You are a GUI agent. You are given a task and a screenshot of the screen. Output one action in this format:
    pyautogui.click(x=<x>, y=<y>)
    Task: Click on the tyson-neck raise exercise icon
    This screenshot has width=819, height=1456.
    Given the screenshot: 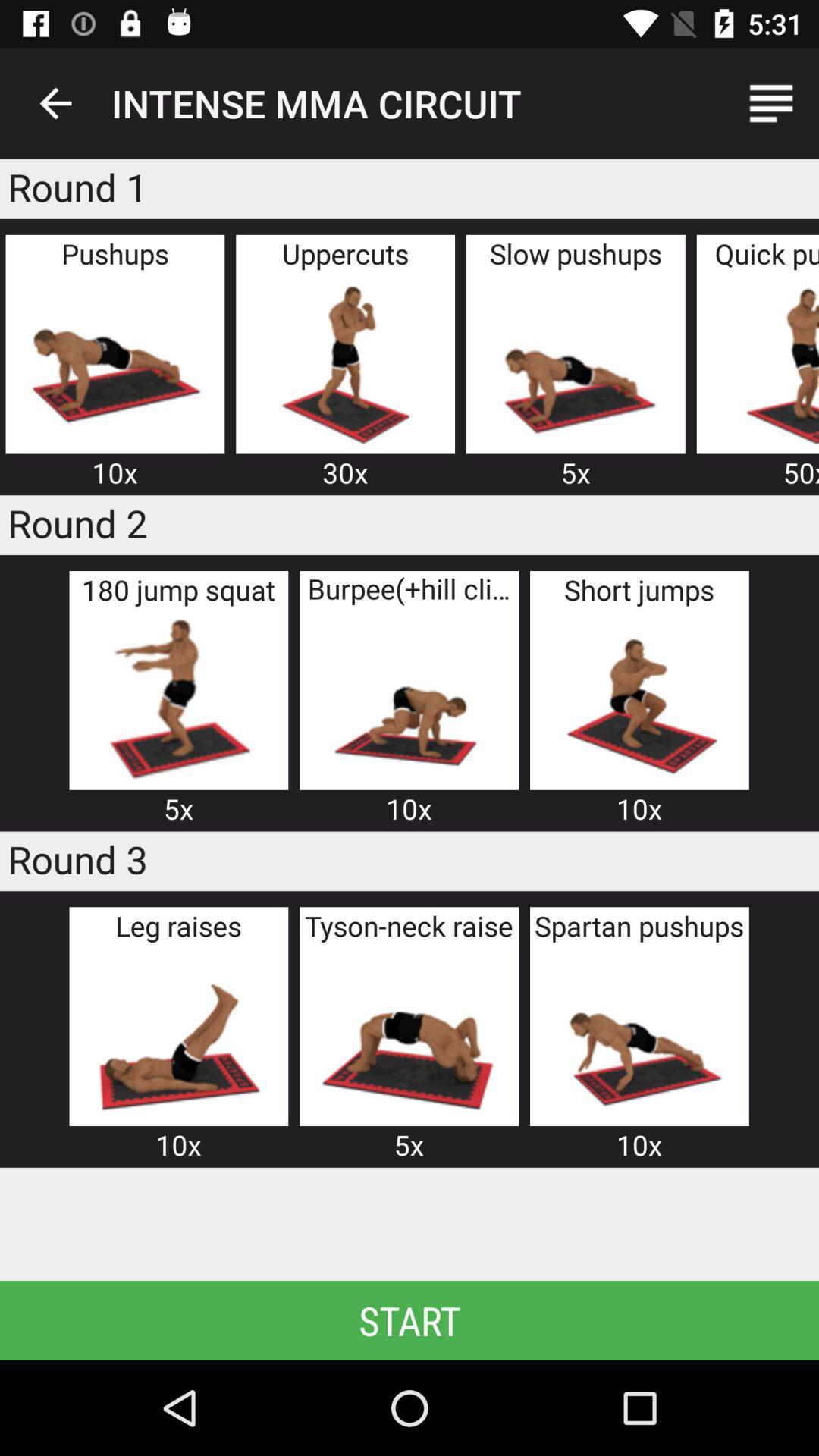 What is the action you would take?
    pyautogui.click(x=408, y=1034)
    